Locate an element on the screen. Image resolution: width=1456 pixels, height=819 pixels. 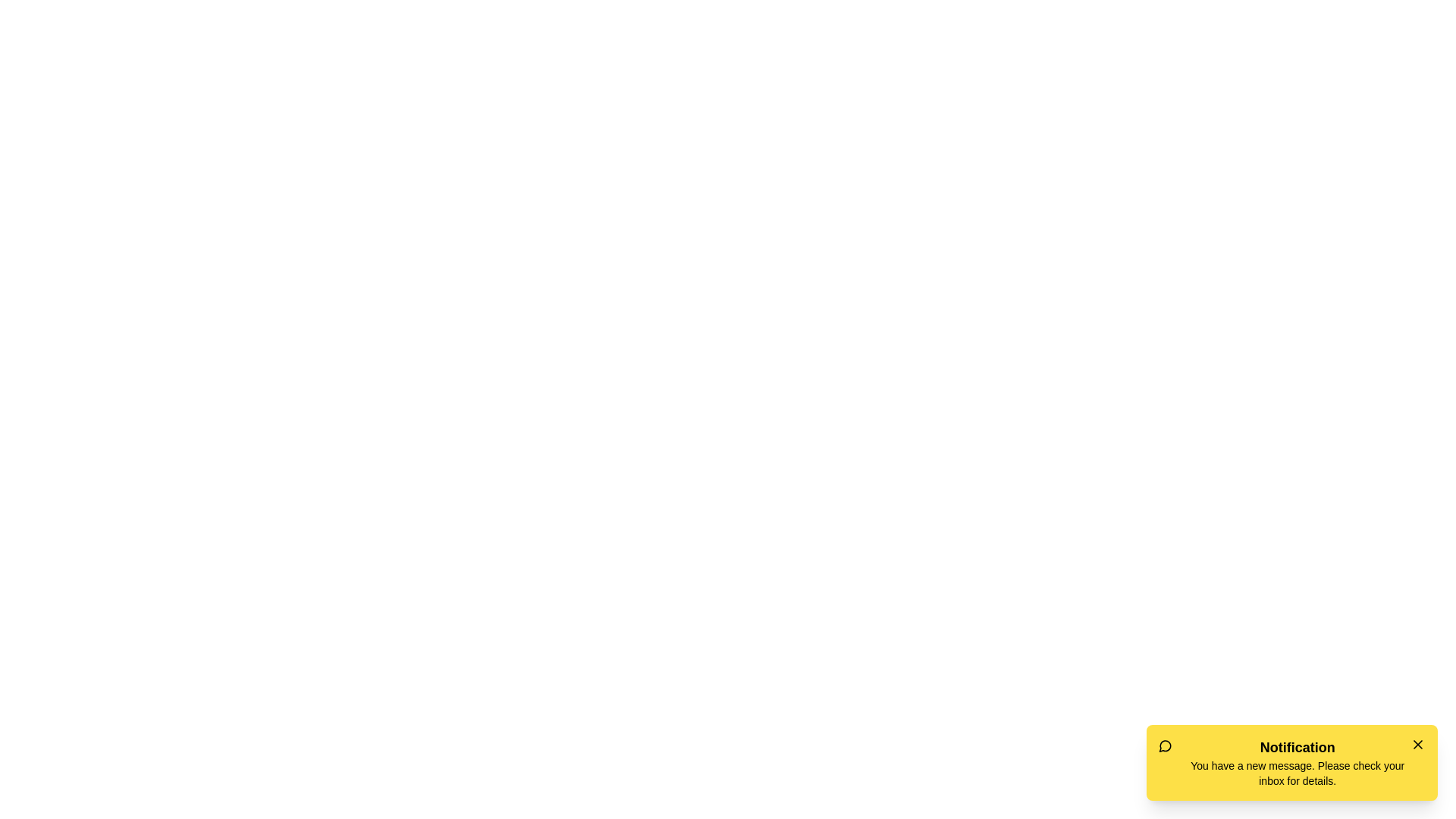
the close button of the notification is located at coordinates (1417, 744).